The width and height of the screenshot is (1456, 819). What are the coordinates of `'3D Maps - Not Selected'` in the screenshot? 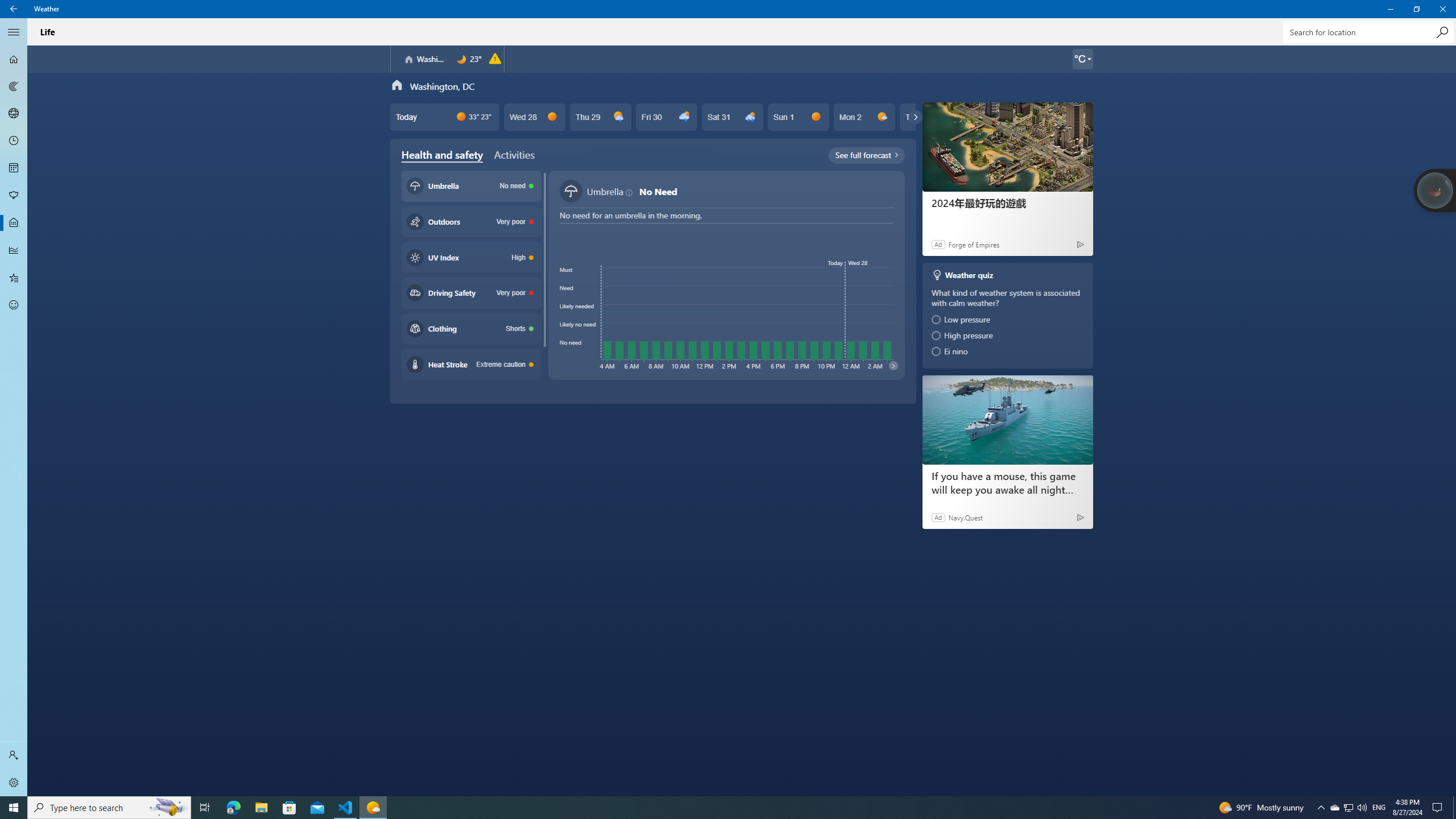 It's located at (14, 113).